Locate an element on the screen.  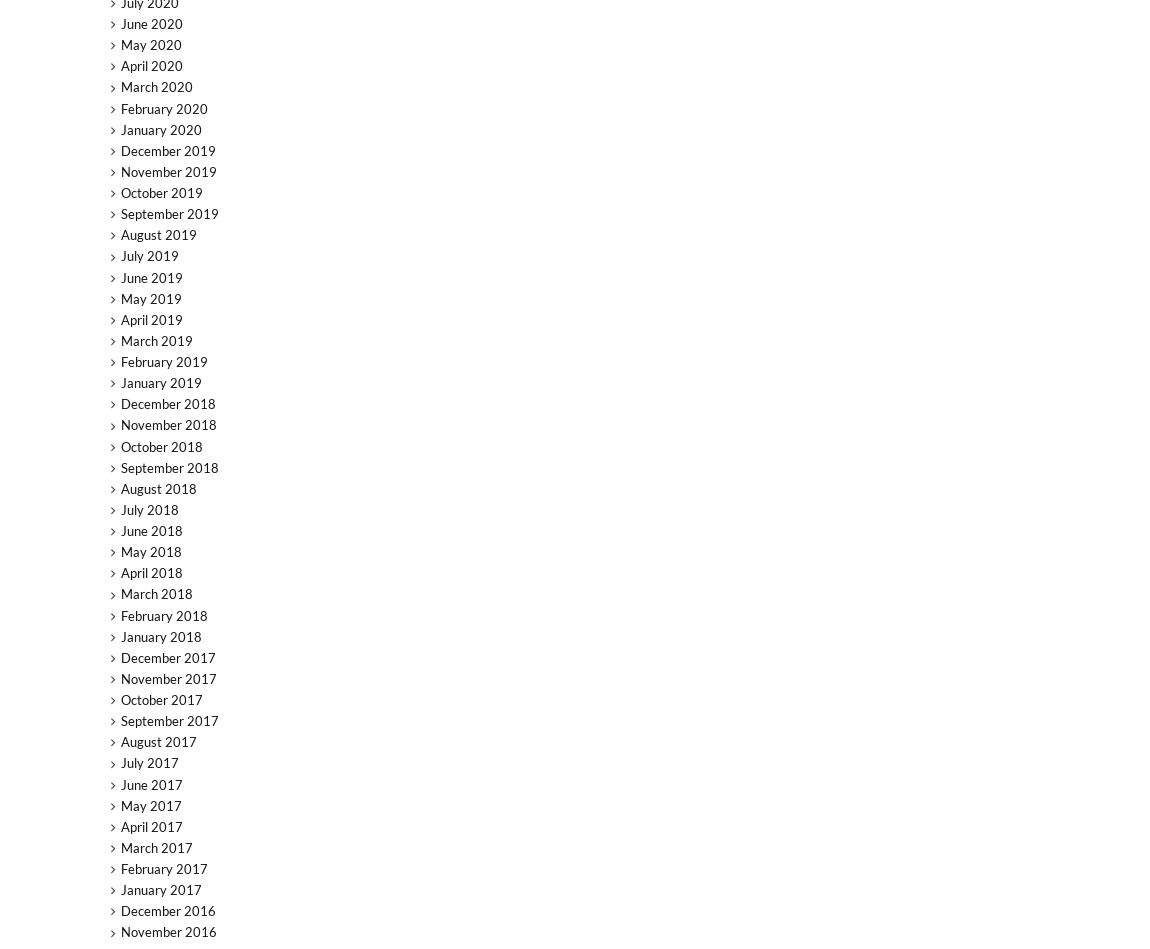
'April 2017' is located at coordinates (149, 825).